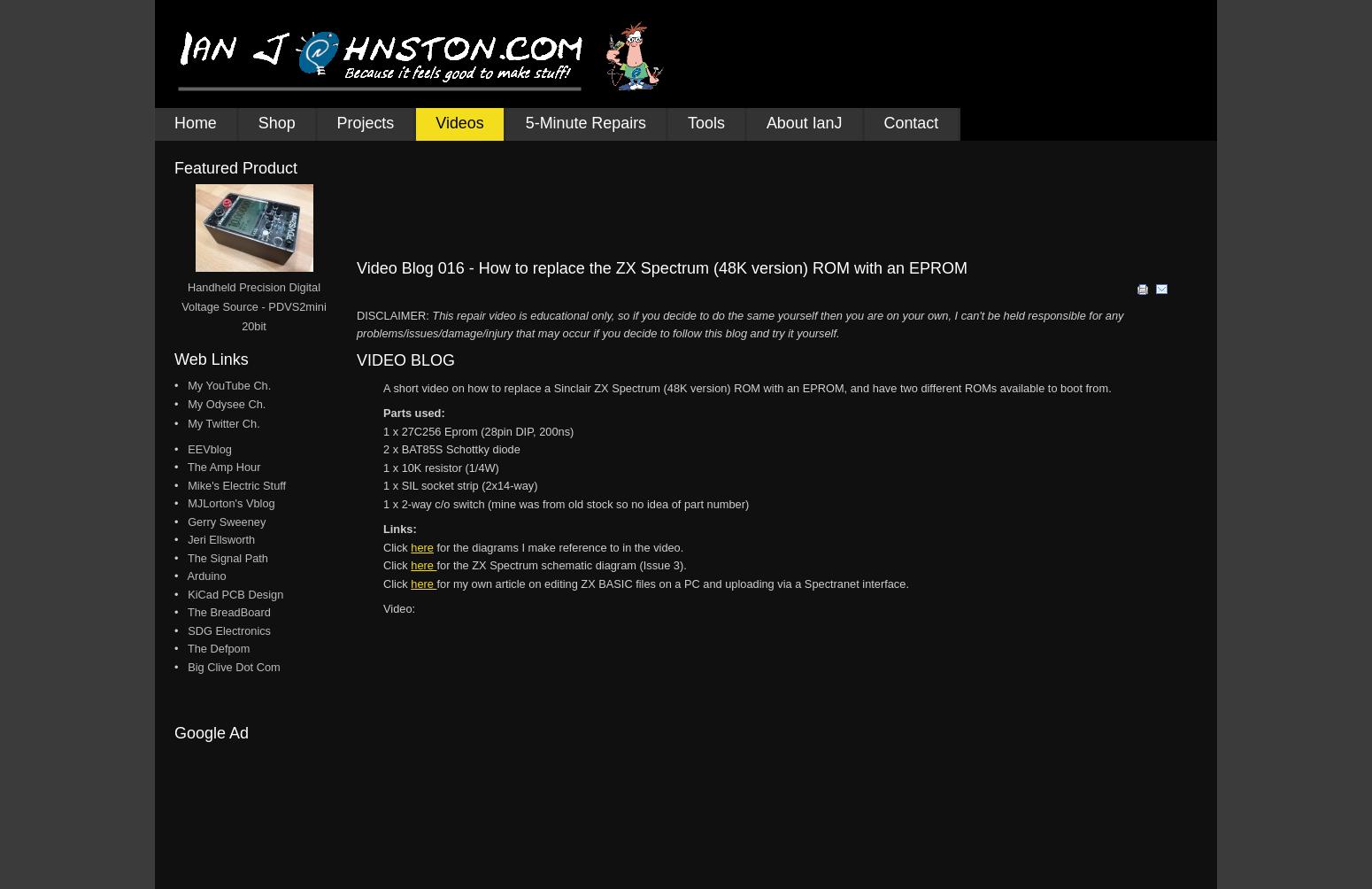  I want to click on '1 x SIL socket strip (2x14-way)', so click(383, 485).